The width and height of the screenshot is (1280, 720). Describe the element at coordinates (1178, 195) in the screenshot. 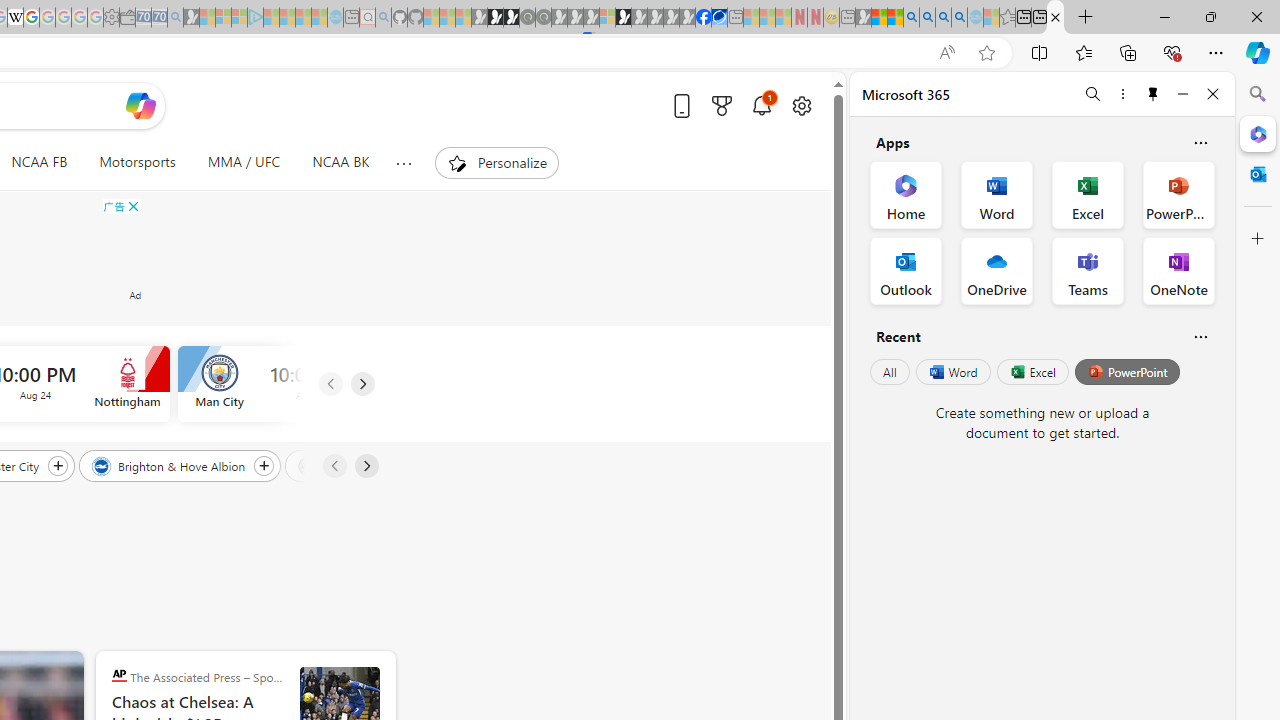

I see `'PowerPoint Office App'` at that location.